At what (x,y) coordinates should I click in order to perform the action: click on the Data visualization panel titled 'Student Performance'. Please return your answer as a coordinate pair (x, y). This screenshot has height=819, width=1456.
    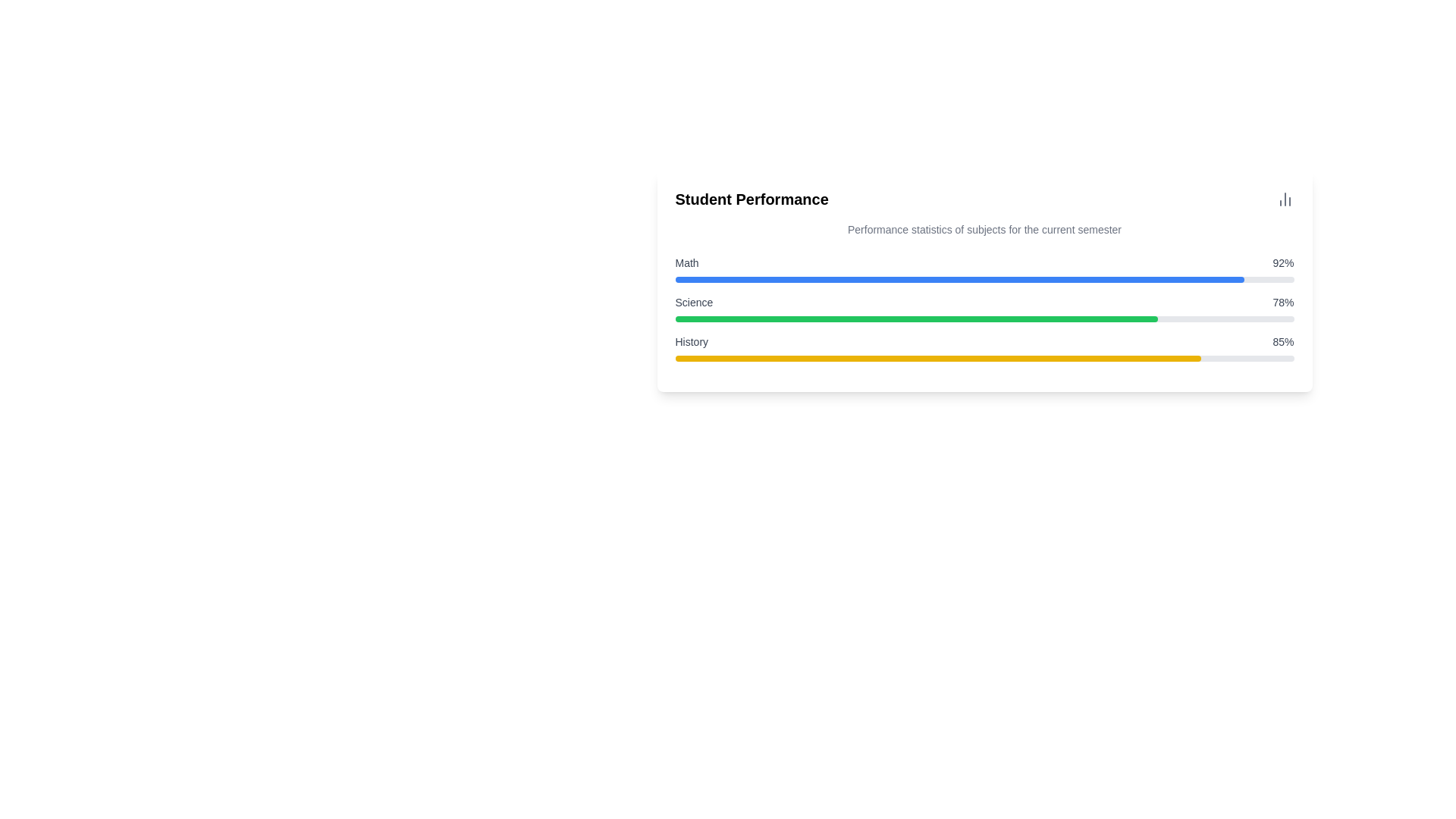
    Looking at the image, I should click on (984, 281).